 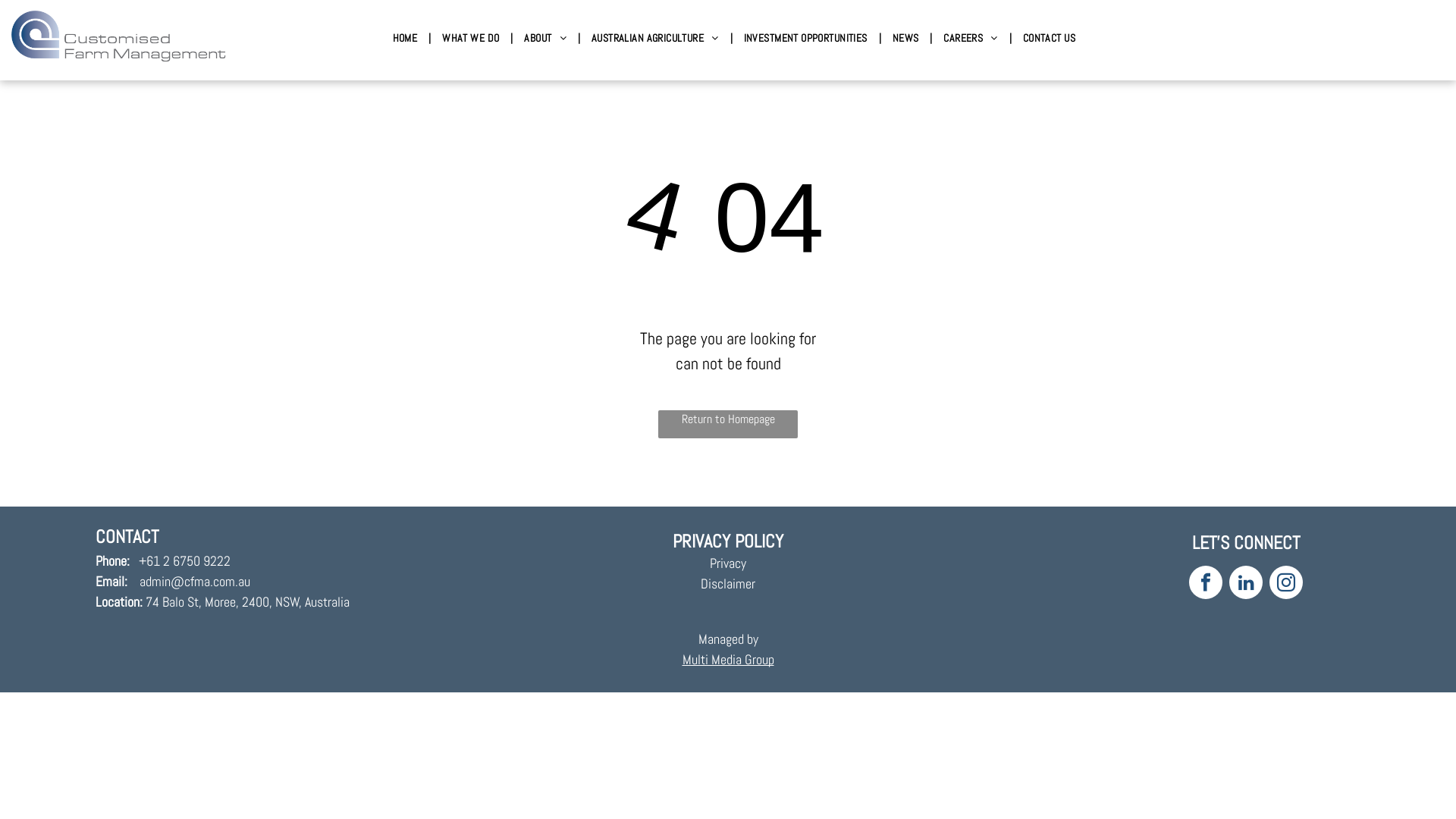 I want to click on 'Multi Media Group', so click(x=728, y=658).